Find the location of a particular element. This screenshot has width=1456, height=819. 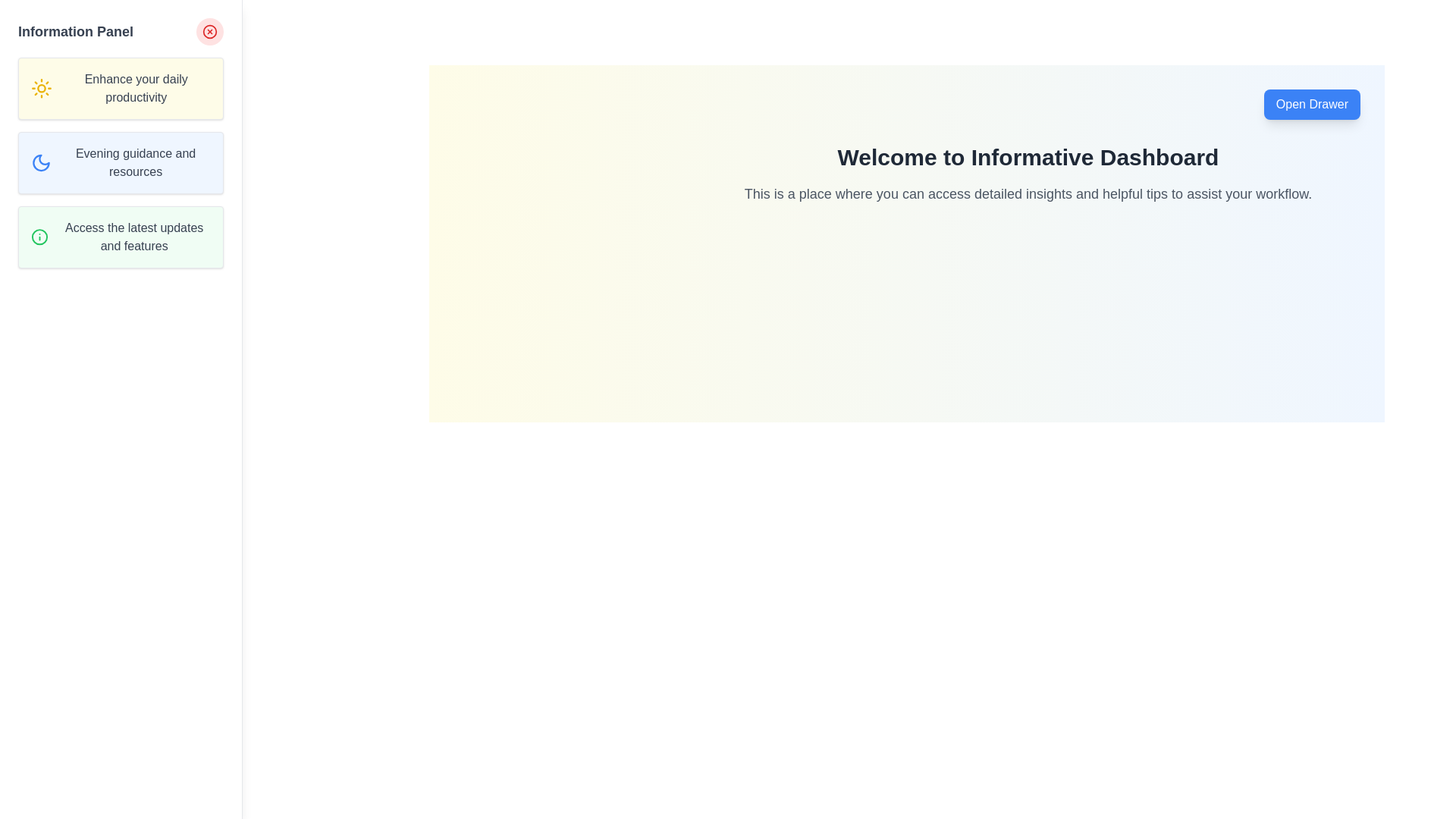

the bold, dark gray headline element displaying 'Welcome to Informative Dashboard', which is positioned near the top of the main content area, right above a smaller descriptive text is located at coordinates (1028, 158).